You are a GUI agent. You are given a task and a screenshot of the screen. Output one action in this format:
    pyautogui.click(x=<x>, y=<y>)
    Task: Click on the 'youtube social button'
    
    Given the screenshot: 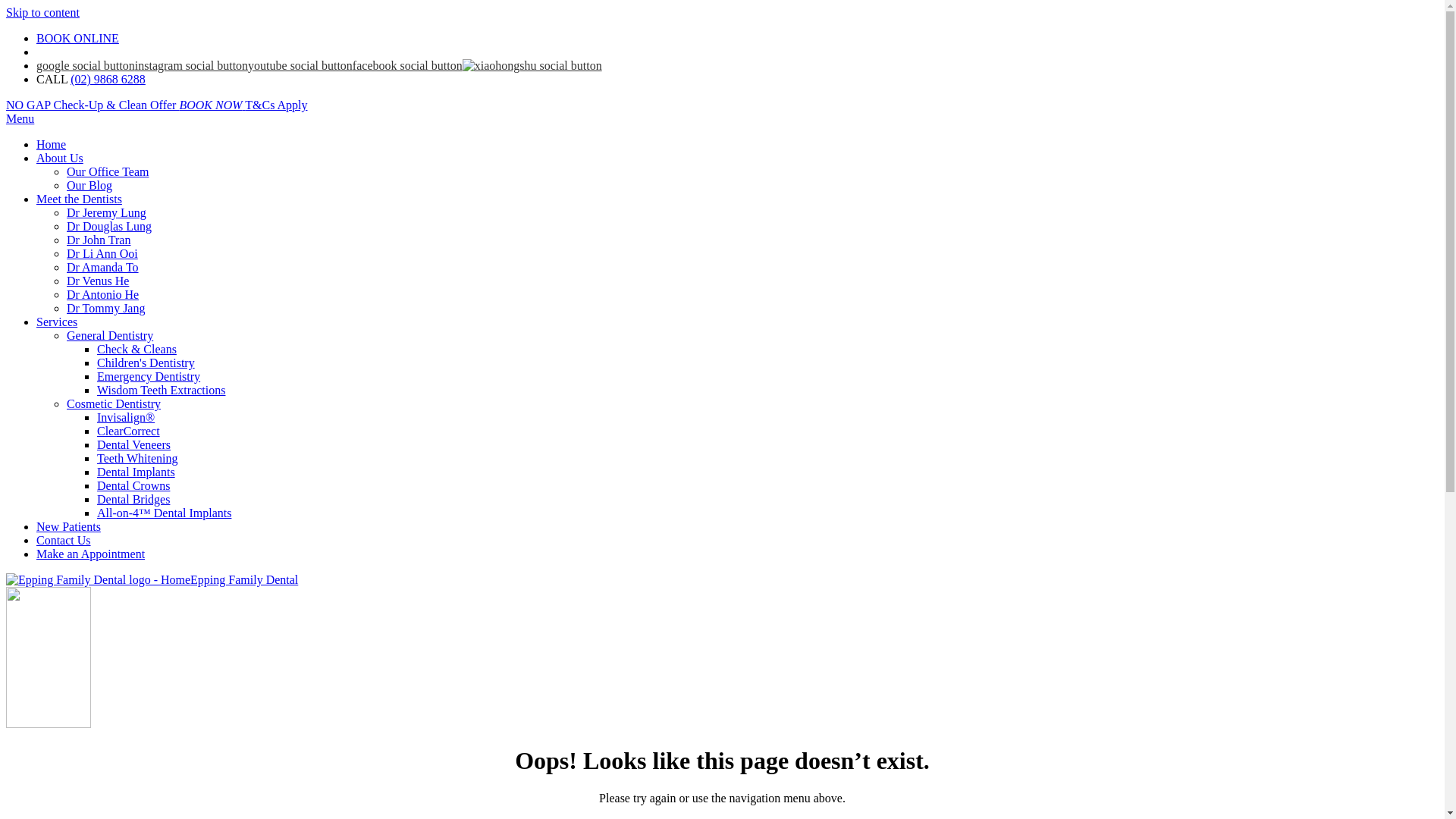 What is the action you would take?
    pyautogui.click(x=300, y=64)
    